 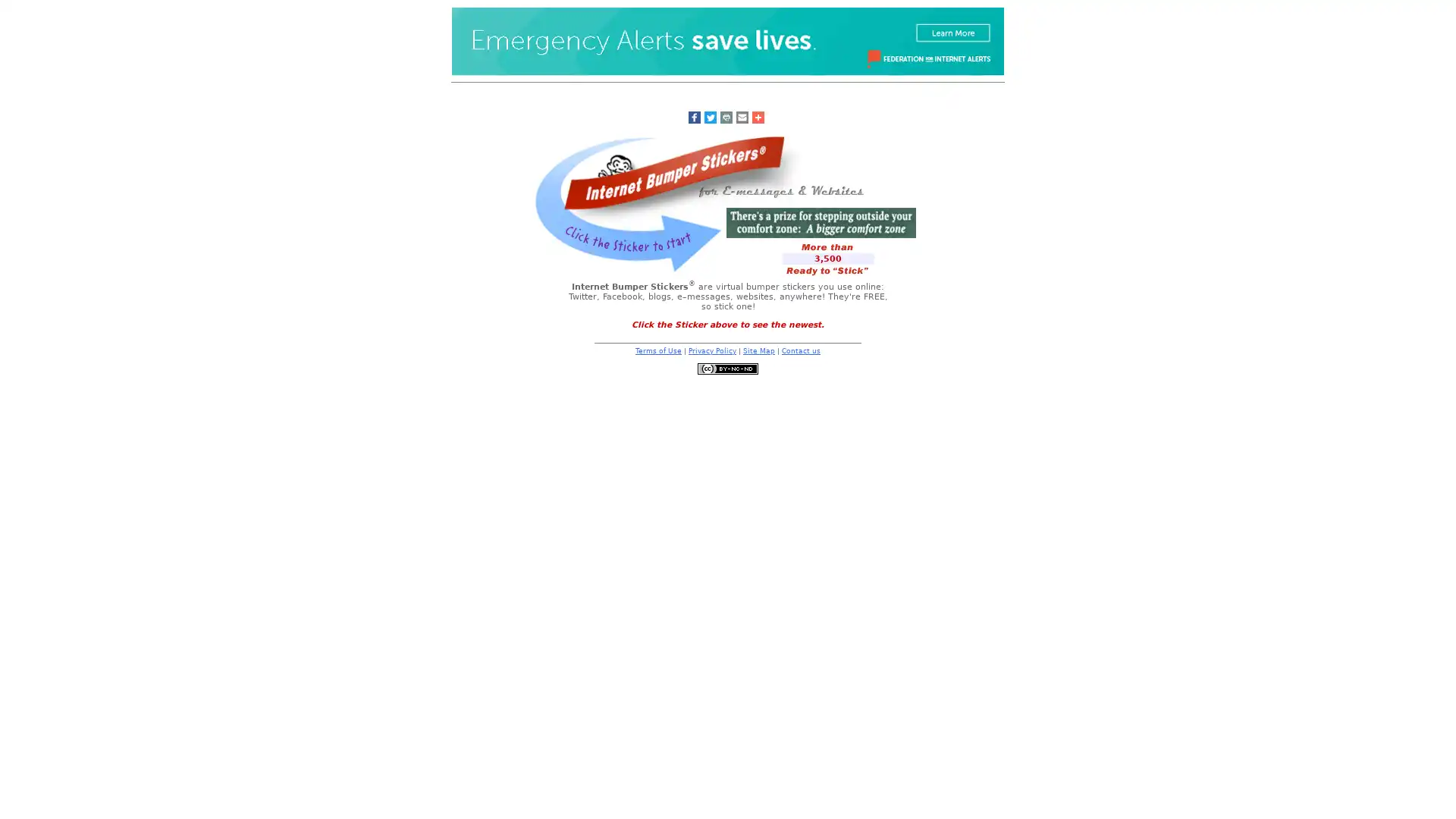 I want to click on Share to More, so click(x=757, y=116).